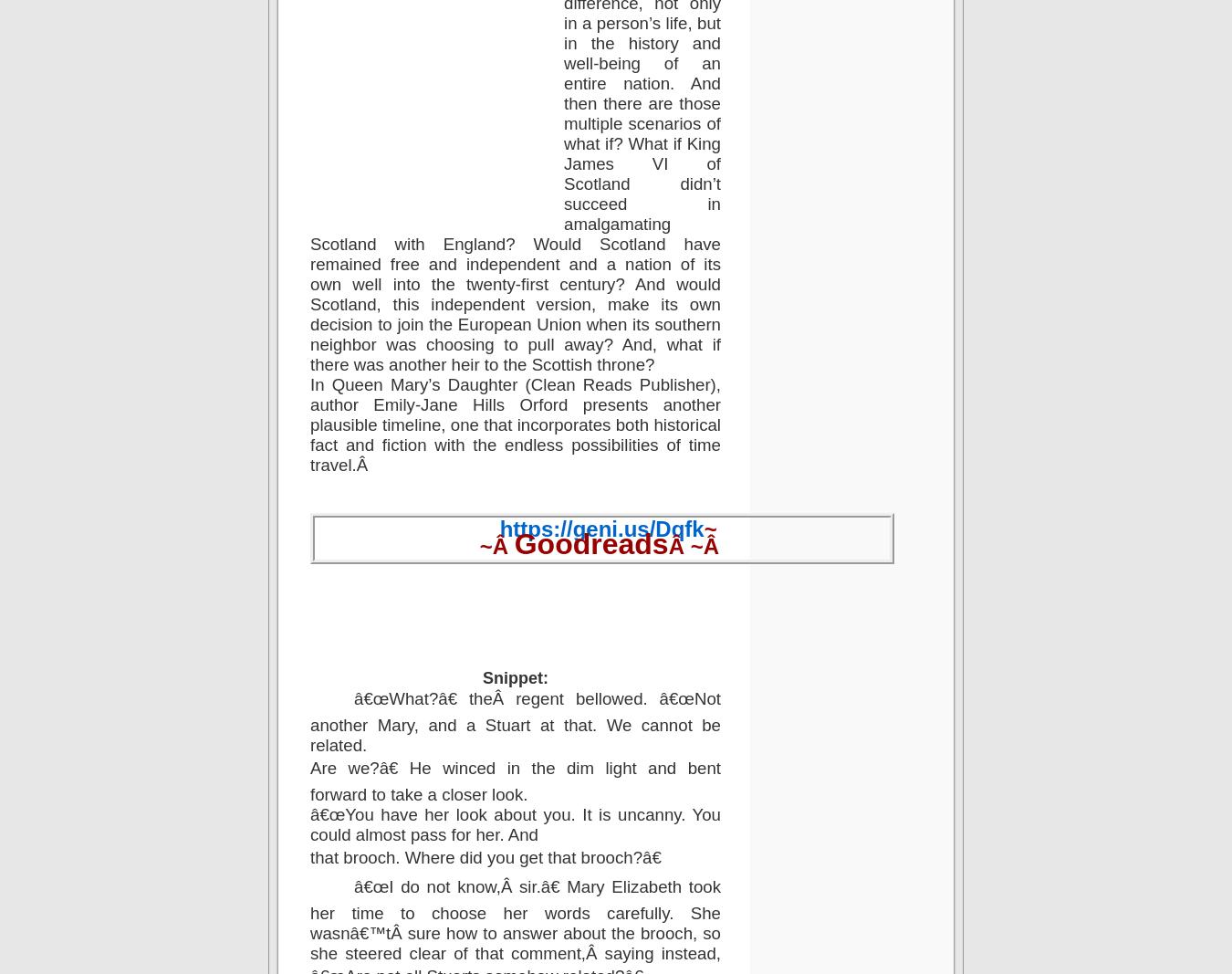  What do you see at coordinates (515, 779) in the screenshot?
I see `'Are we?â€ He winced in the dim light and bent forward to take a closer look.'` at bounding box center [515, 779].